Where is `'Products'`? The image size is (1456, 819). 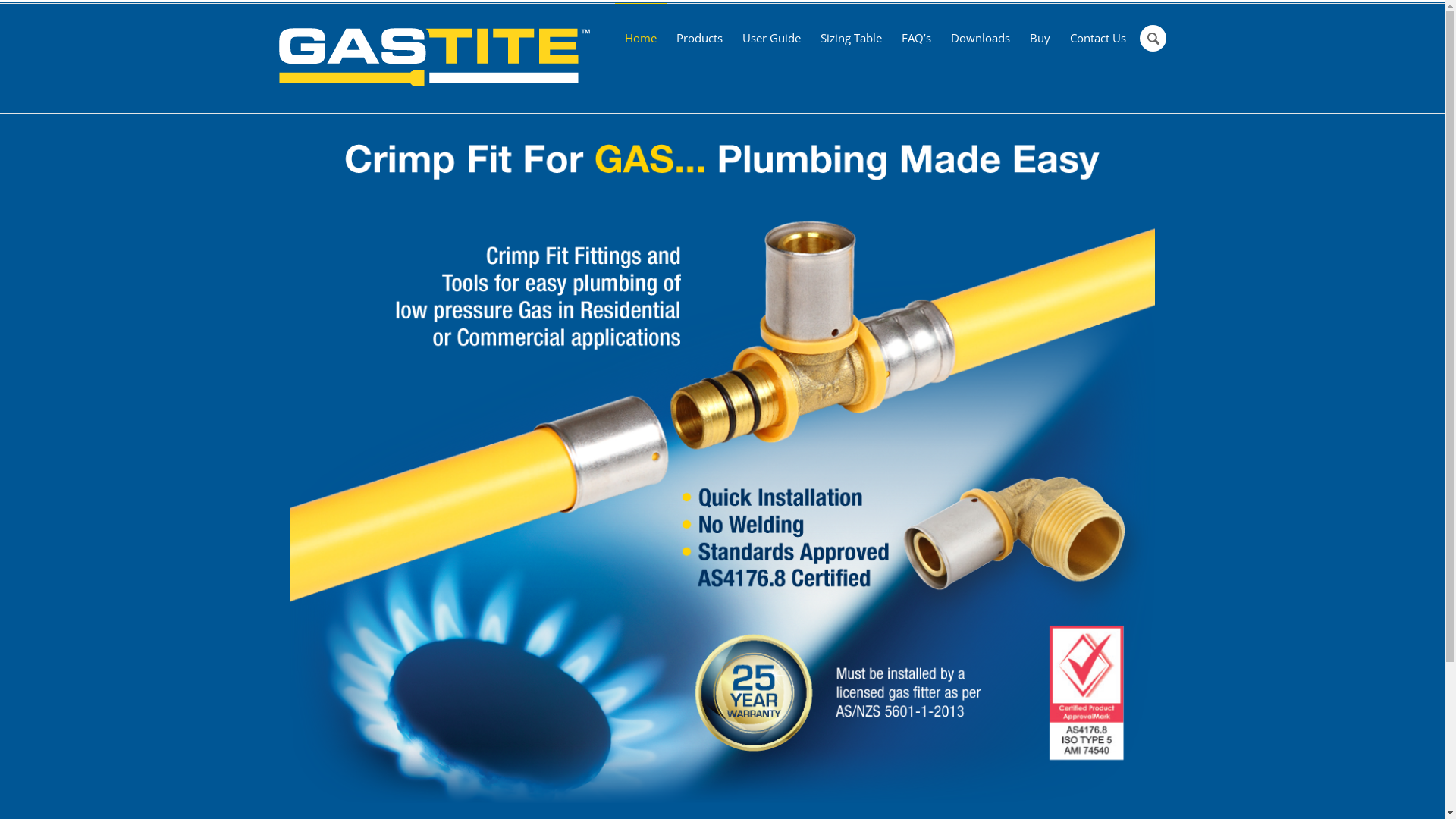 'Products' is located at coordinates (666, 34).